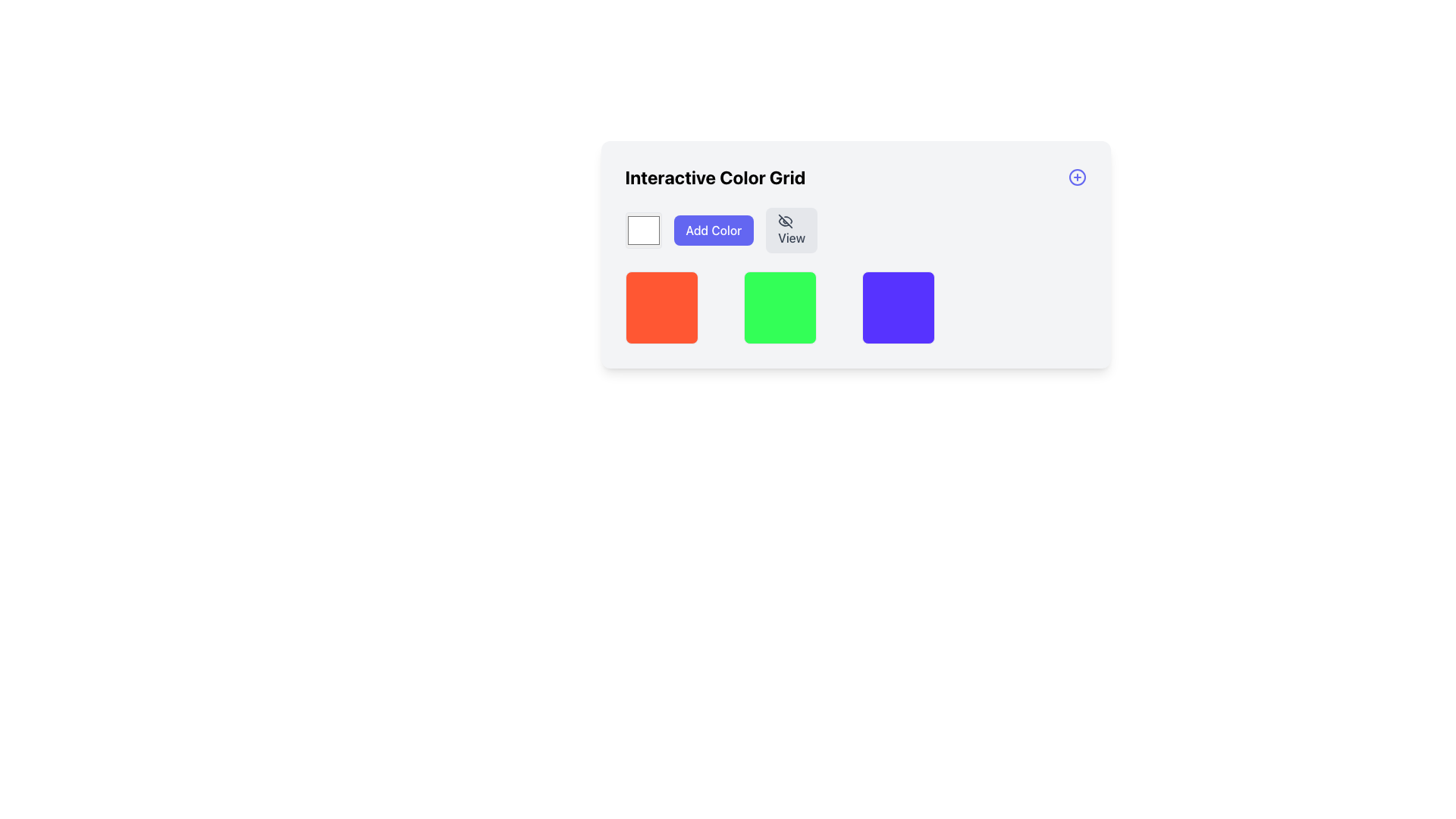  I want to click on the eye icon with a slashed line through it, which indicates a hidden or disabled visibility state, located next to the 'View' button, so click(786, 221).